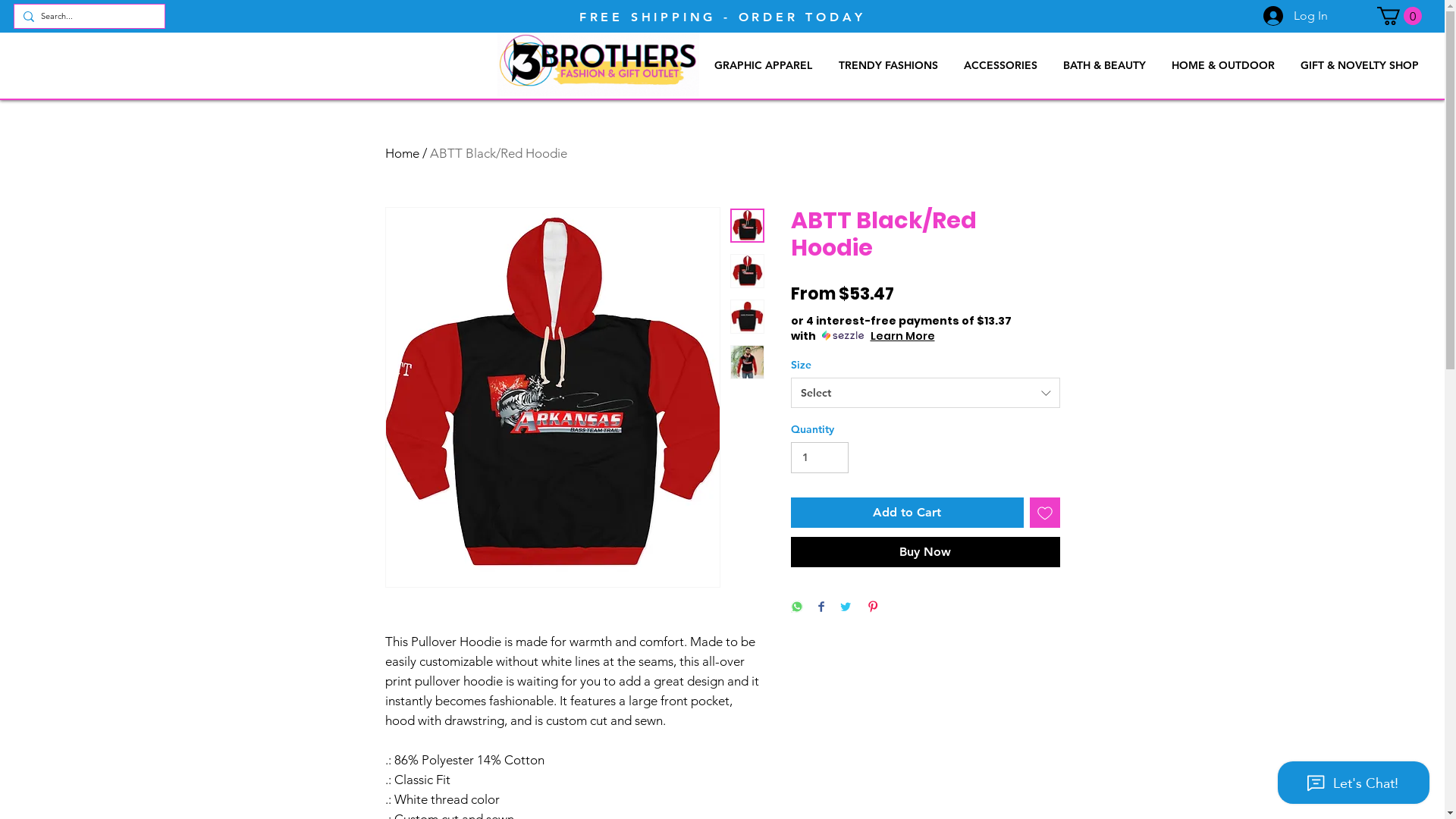 This screenshot has height=819, width=1456. What do you see at coordinates (1360, 64) in the screenshot?
I see `'GIFT & NOVELTY SHOP'` at bounding box center [1360, 64].